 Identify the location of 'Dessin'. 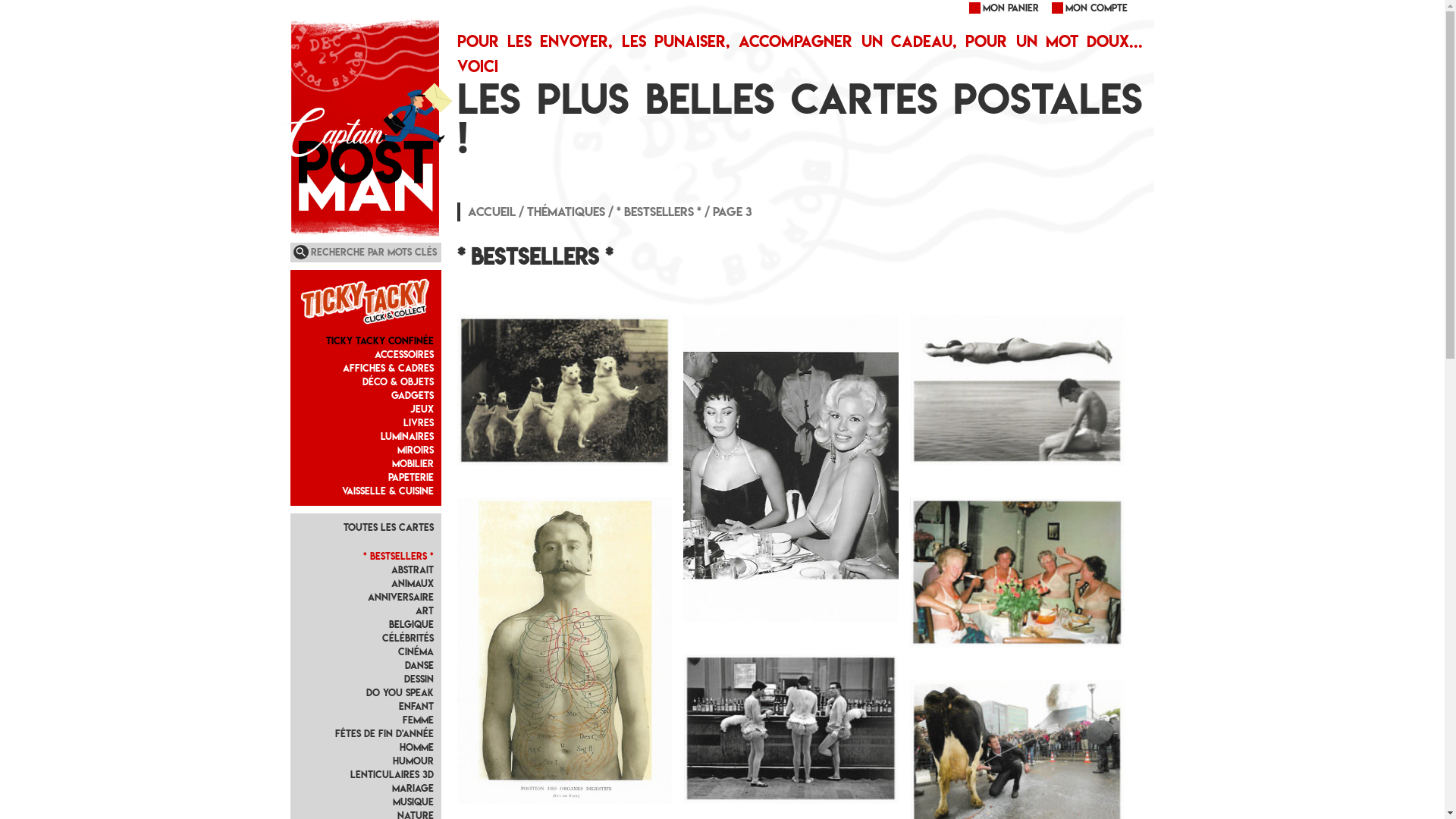
(419, 678).